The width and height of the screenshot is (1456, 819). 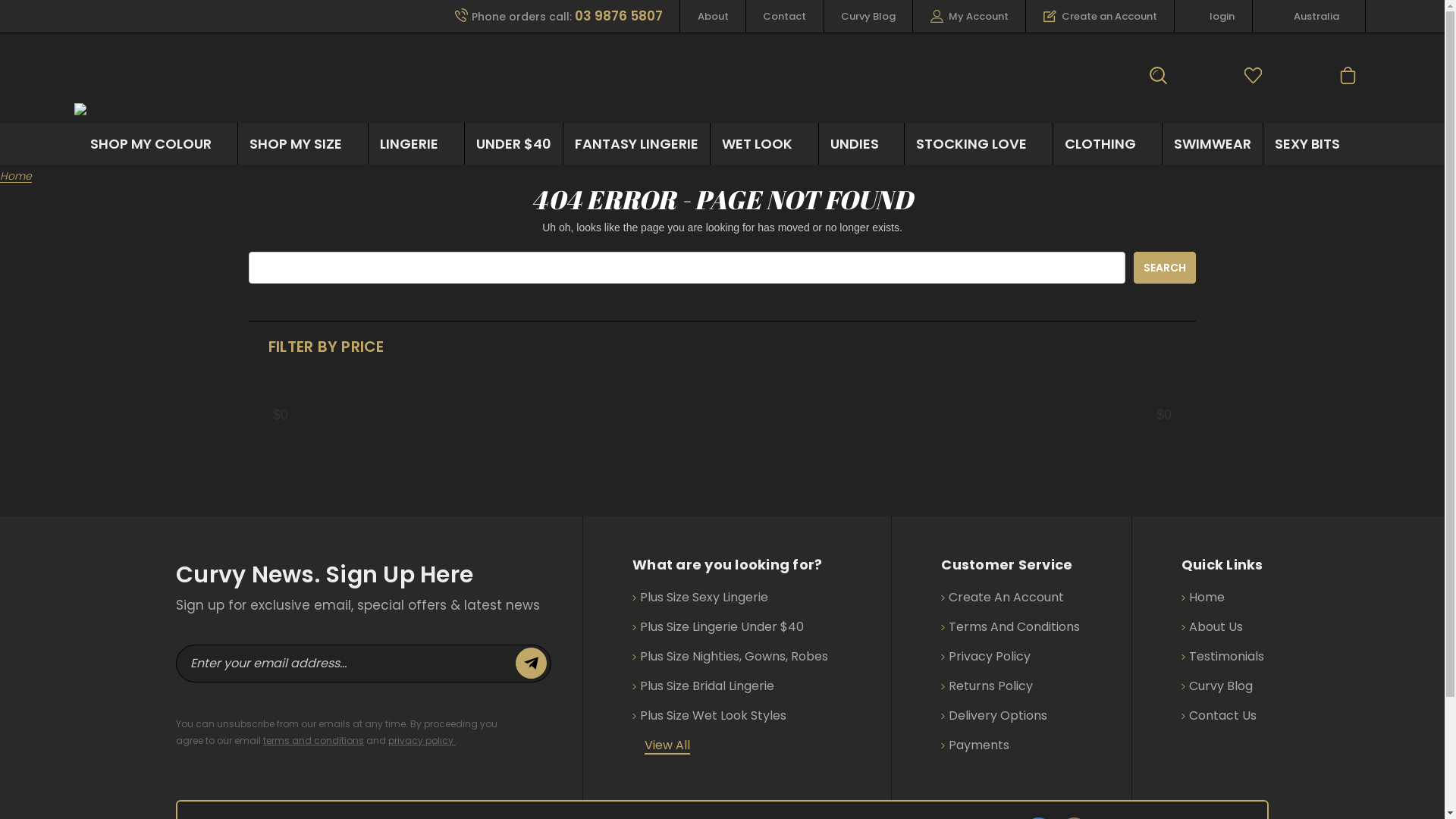 What do you see at coordinates (1313, 143) in the screenshot?
I see `'SEXY BITS'` at bounding box center [1313, 143].